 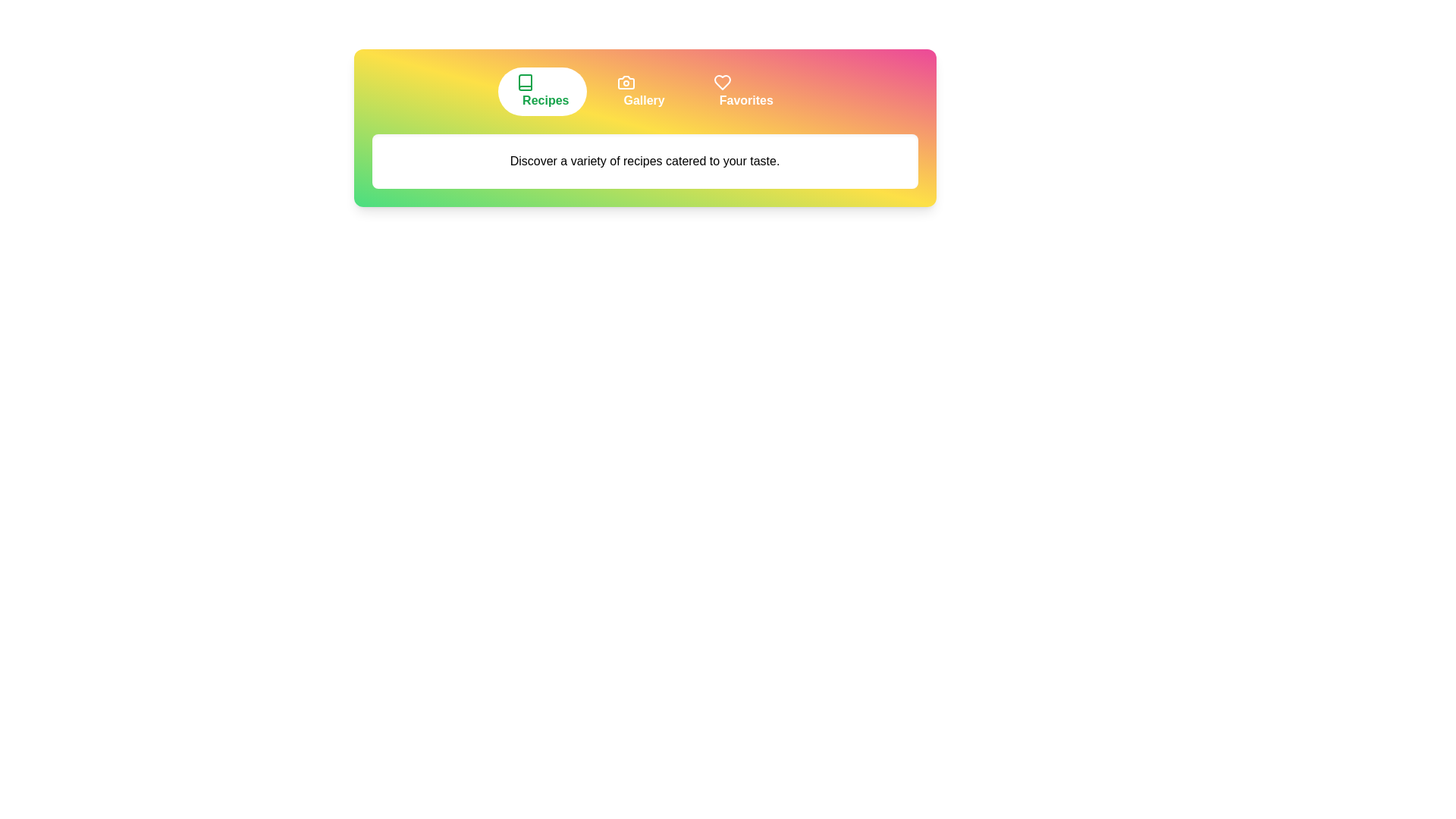 What do you see at coordinates (742, 91) in the screenshot?
I see `the tab labeled 'Favorites' to view its content` at bounding box center [742, 91].